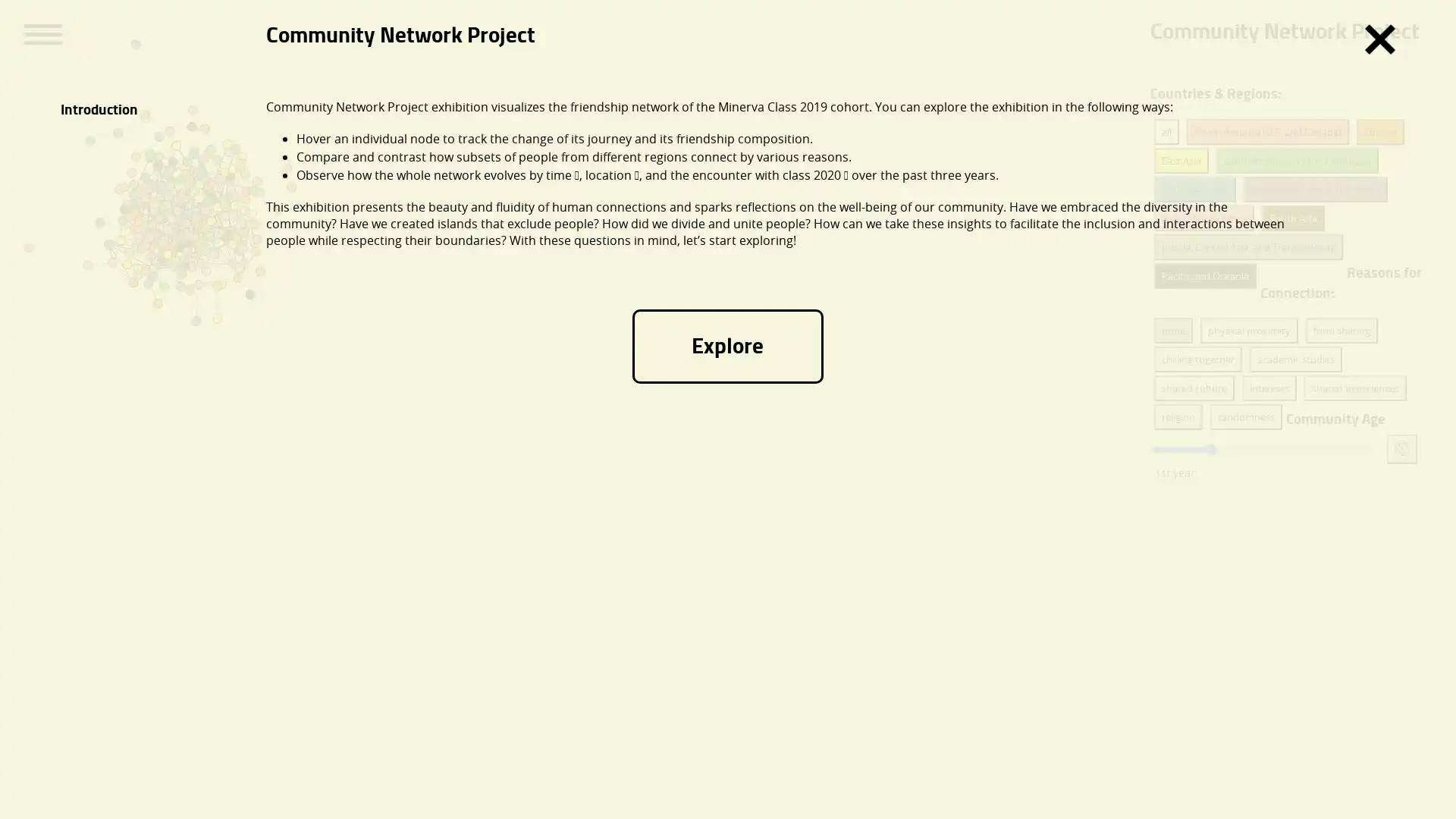  What do you see at coordinates (1178, 417) in the screenshot?
I see `religion` at bounding box center [1178, 417].